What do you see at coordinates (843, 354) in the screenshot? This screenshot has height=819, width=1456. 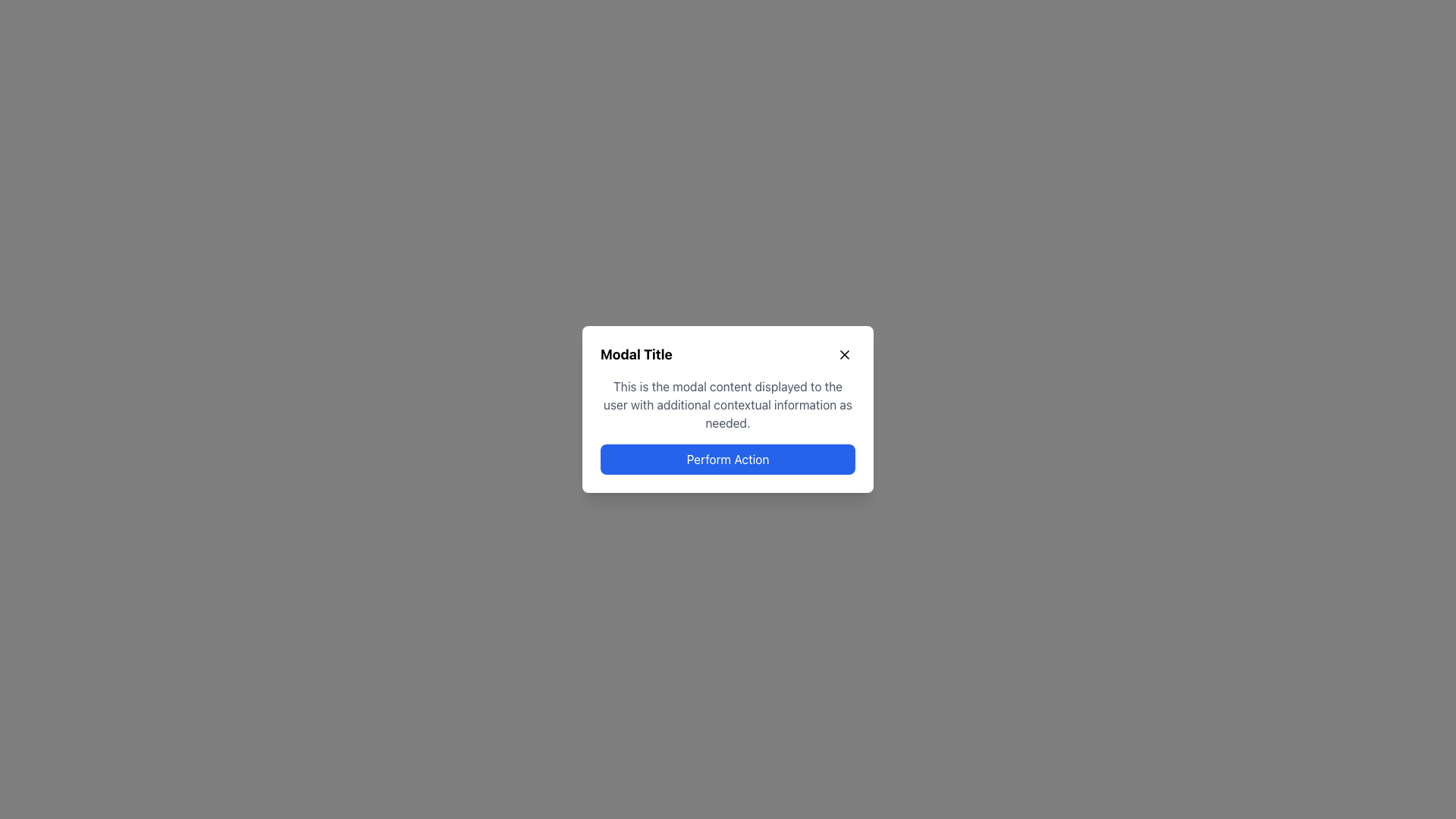 I see `the small square button with an 'X' icon located at the top-right corner of the modal dialog box to trigger the hover effect` at bounding box center [843, 354].